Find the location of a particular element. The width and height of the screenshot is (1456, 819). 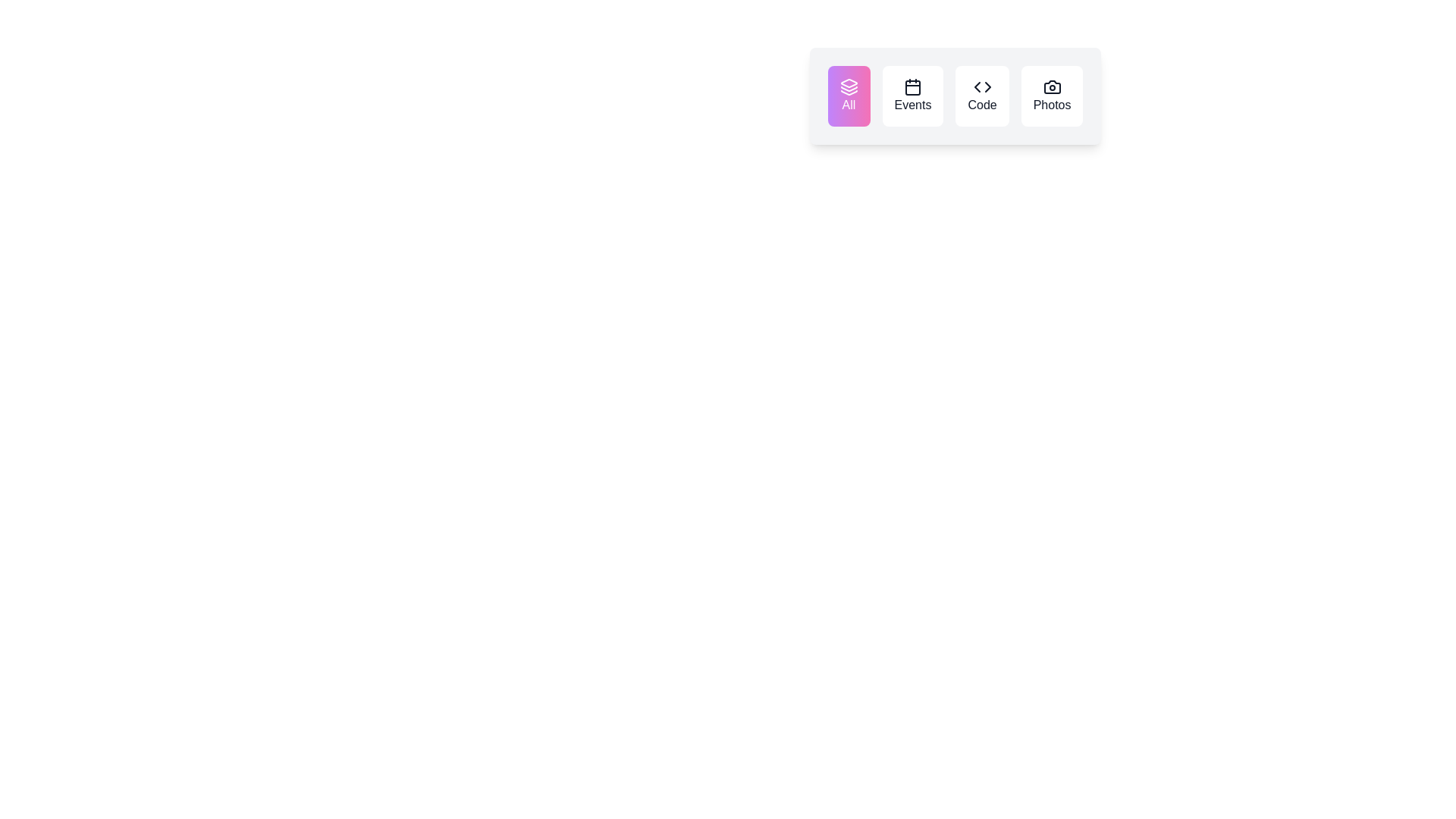

the Decorative UI component that resembles a calendar grid cell with rounded corners and a border is located at coordinates (912, 87).